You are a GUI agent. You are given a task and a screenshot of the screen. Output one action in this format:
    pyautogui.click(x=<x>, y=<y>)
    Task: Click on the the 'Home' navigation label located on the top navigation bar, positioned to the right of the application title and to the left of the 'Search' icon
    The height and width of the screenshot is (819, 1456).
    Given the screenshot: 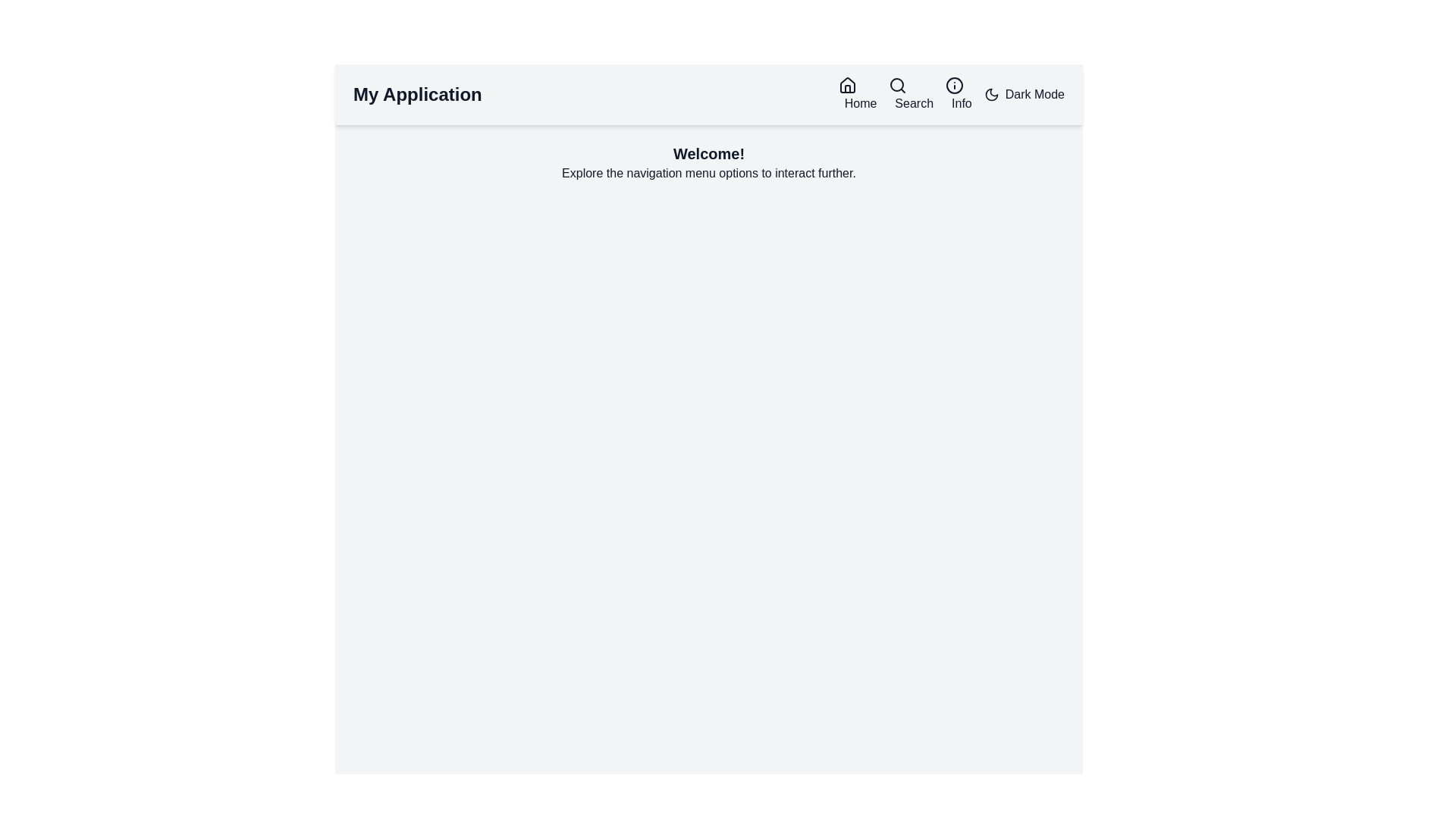 What is the action you would take?
    pyautogui.click(x=861, y=102)
    